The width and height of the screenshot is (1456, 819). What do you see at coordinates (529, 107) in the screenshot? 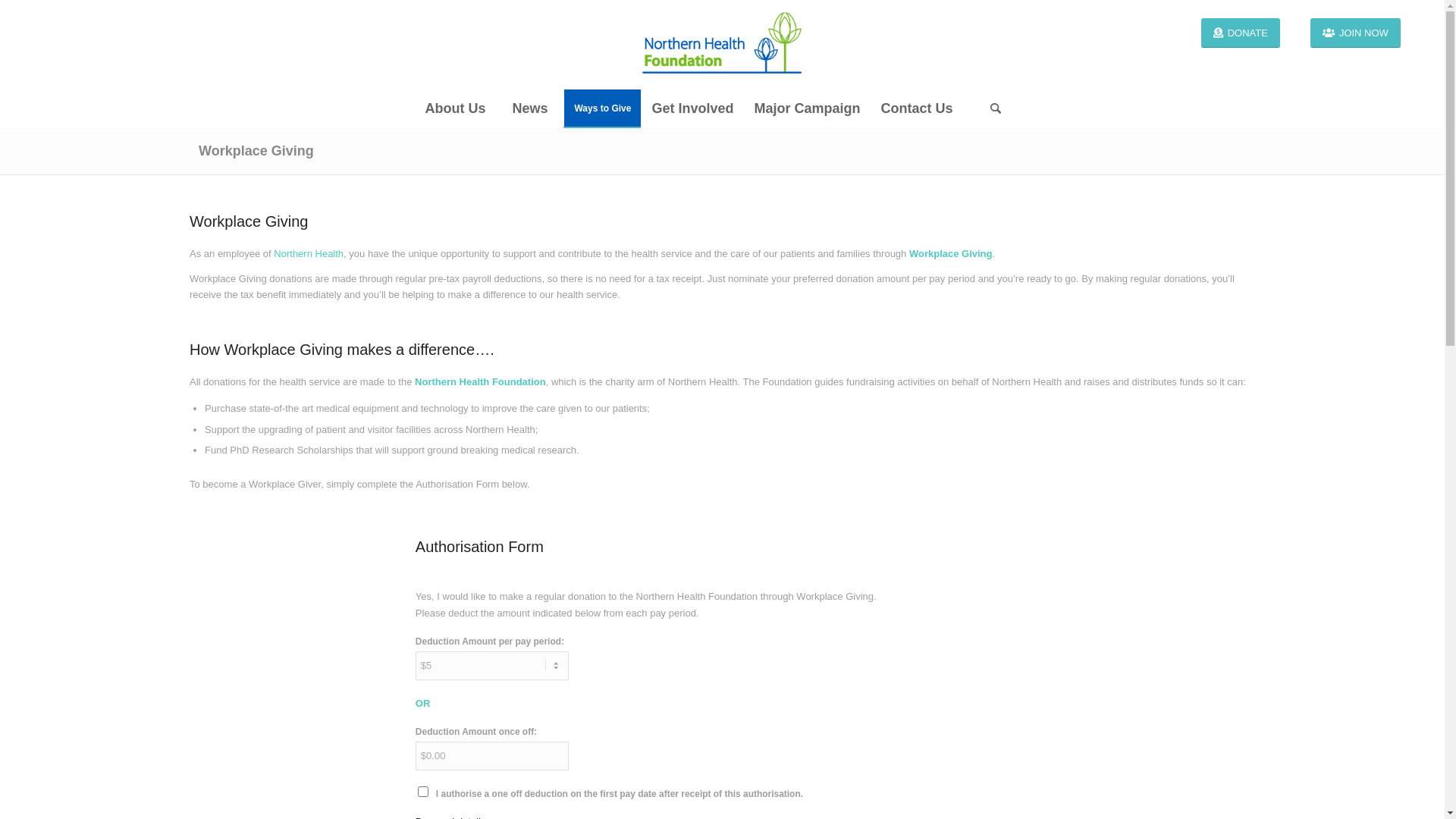
I see `'News'` at bounding box center [529, 107].